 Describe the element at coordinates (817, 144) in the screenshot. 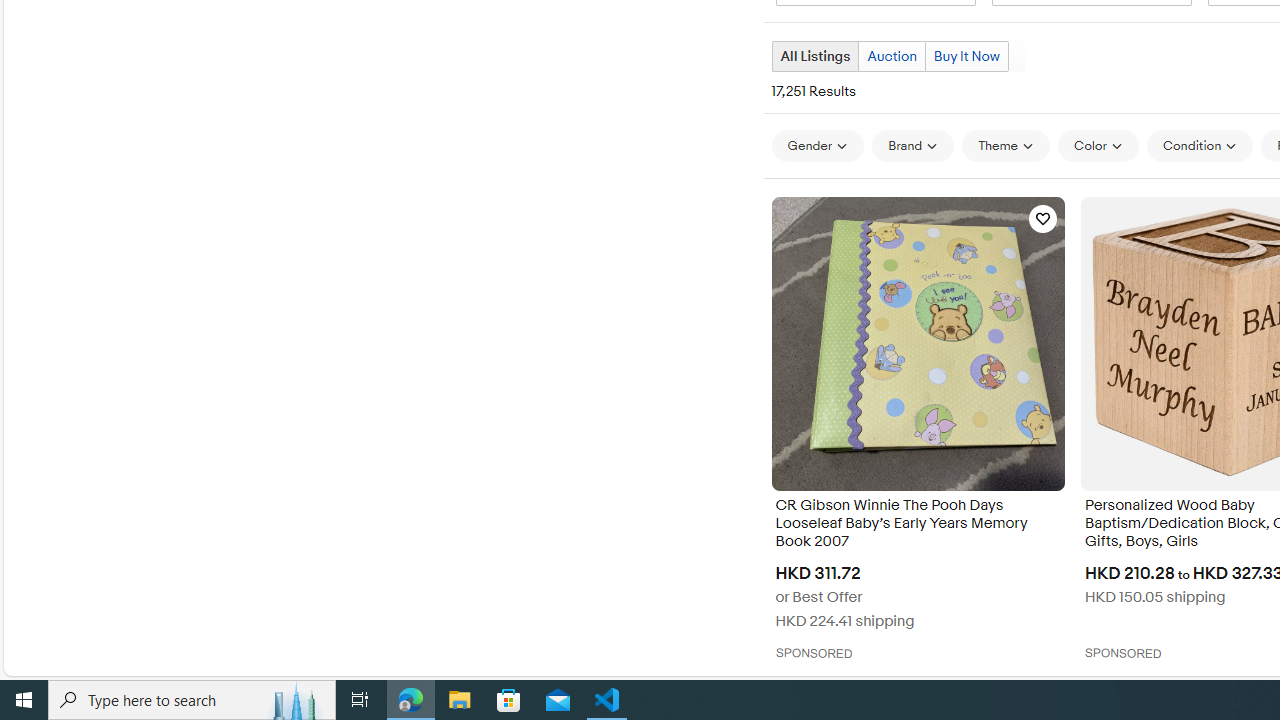

I see `'Gender'` at that location.